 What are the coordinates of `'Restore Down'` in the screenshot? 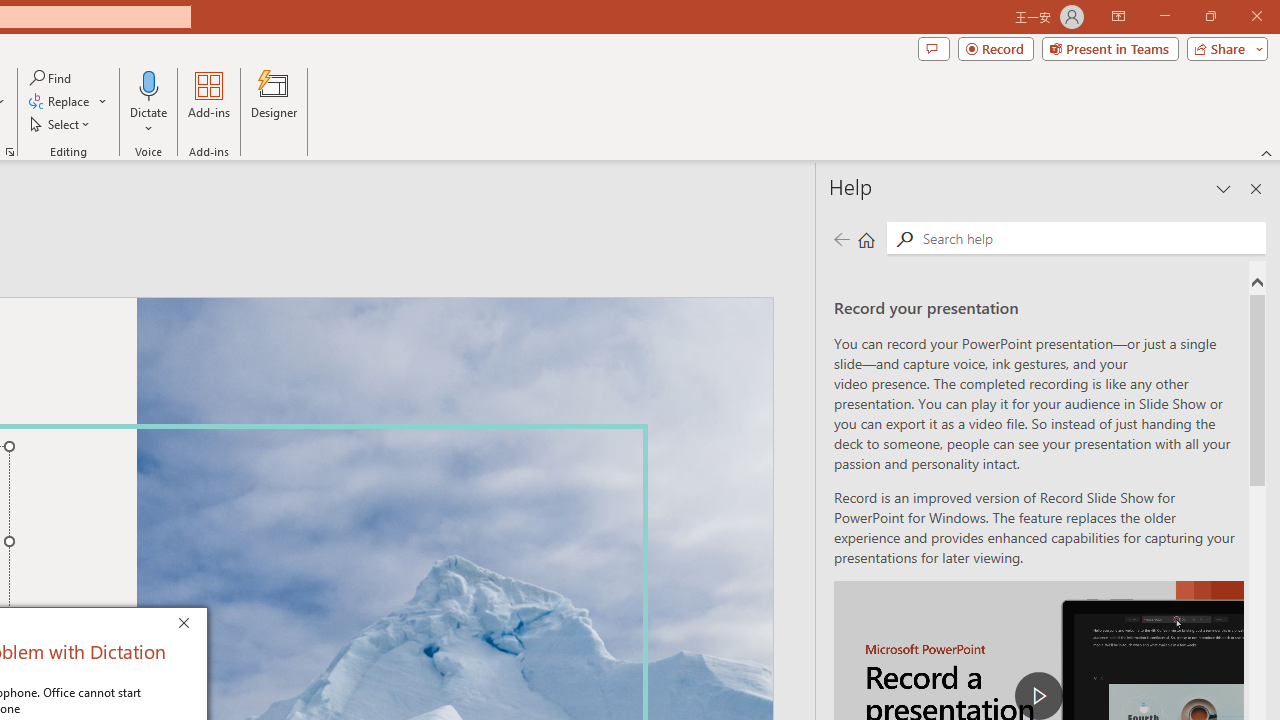 It's located at (1209, 16).